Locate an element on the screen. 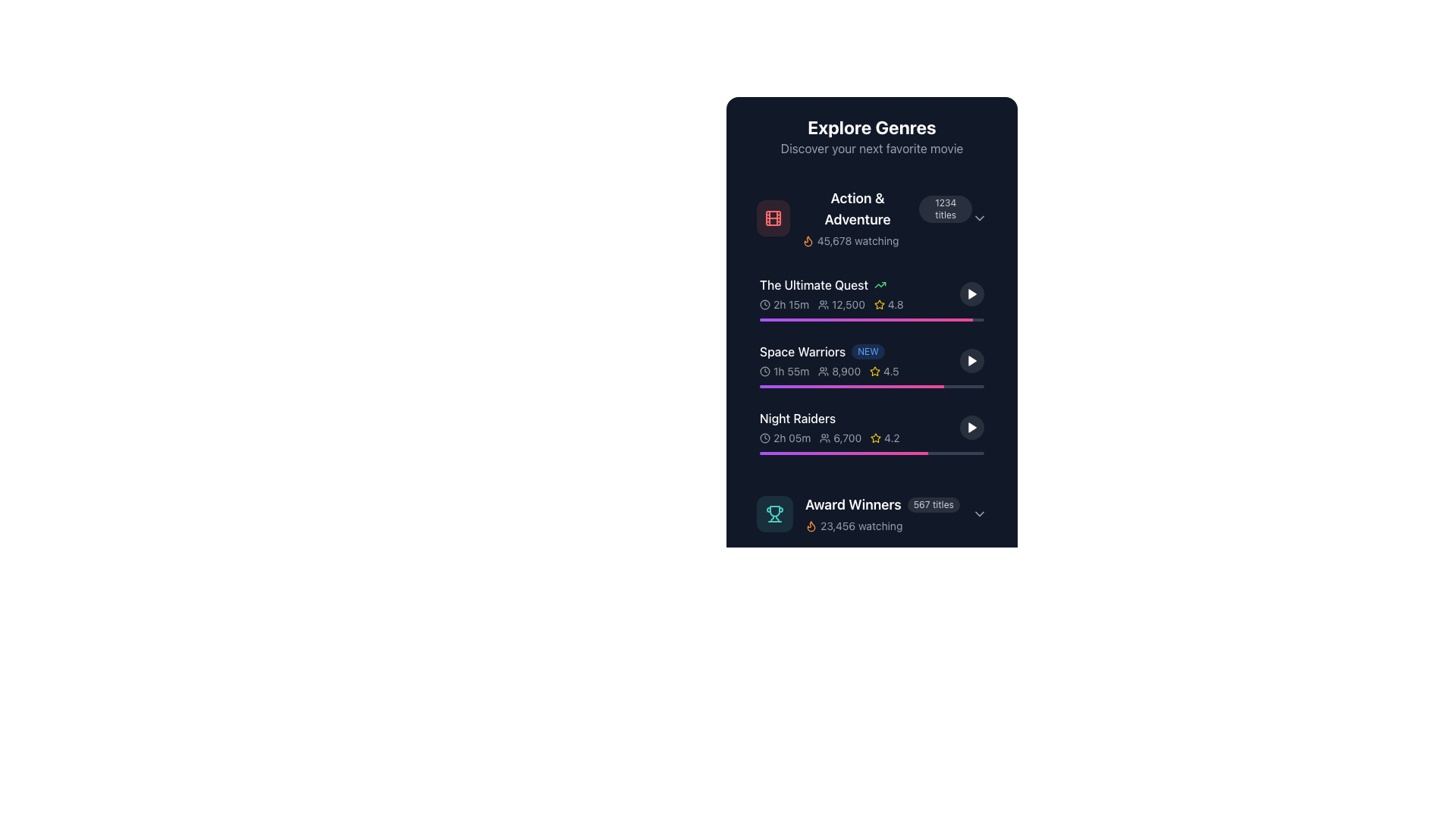 The image size is (1456, 819). the circular play button with a semi-transparent dark background located to the far right of the 'Space Warriors' listing is located at coordinates (971, 360).